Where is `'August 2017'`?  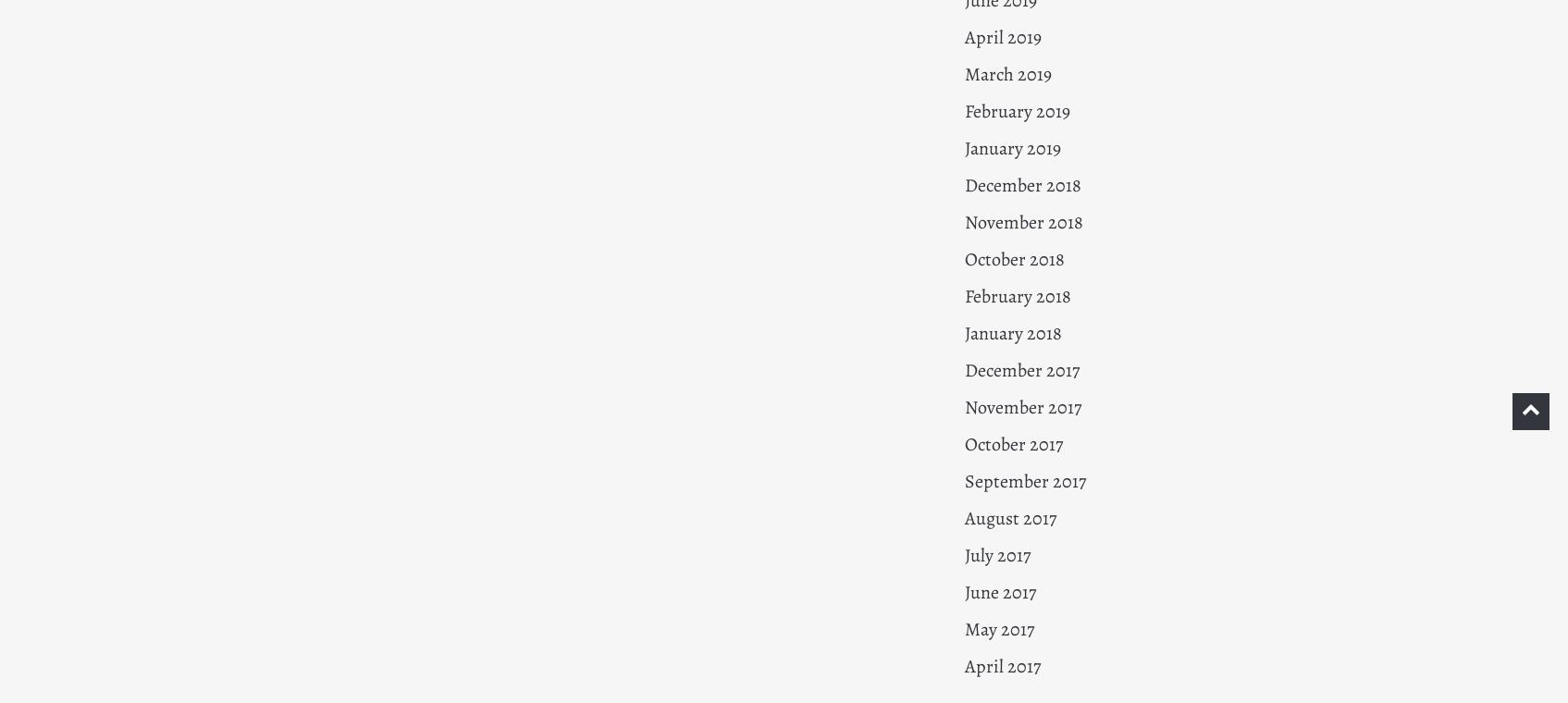 'August 2017' is located at coordinates (1009, 518).